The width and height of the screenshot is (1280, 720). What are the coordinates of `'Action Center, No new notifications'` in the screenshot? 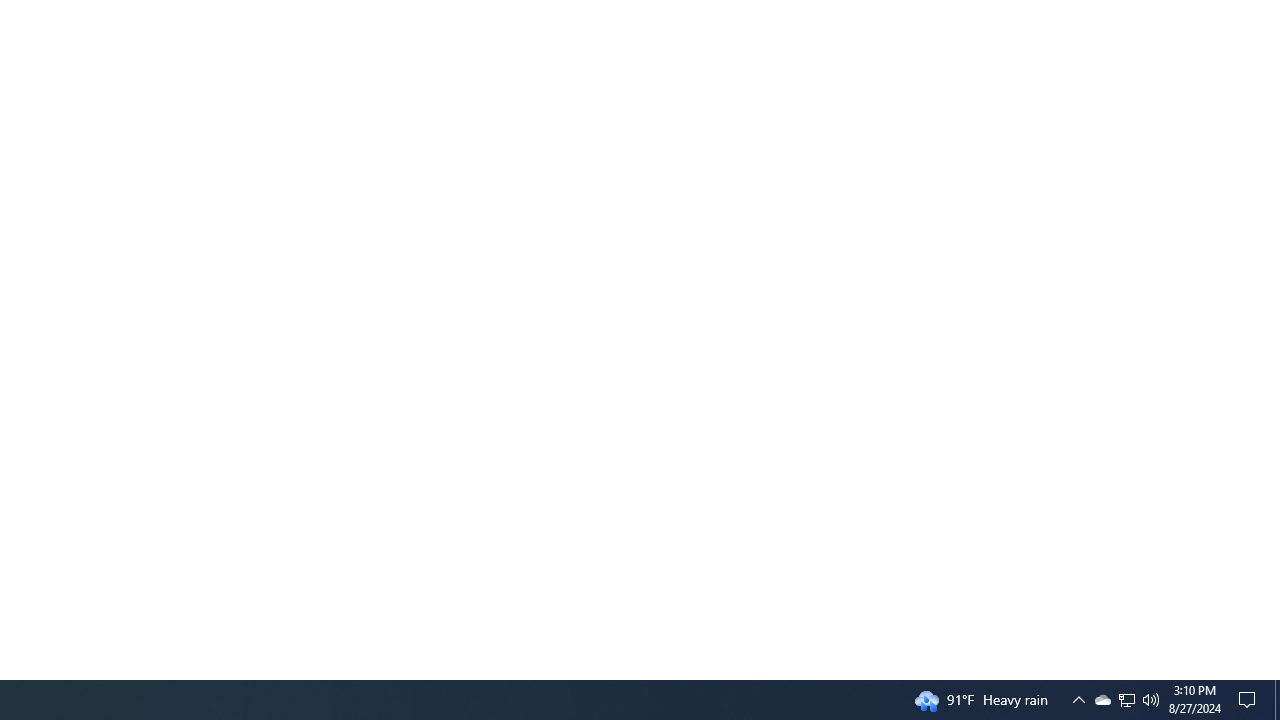 It's located at (1250, 698).